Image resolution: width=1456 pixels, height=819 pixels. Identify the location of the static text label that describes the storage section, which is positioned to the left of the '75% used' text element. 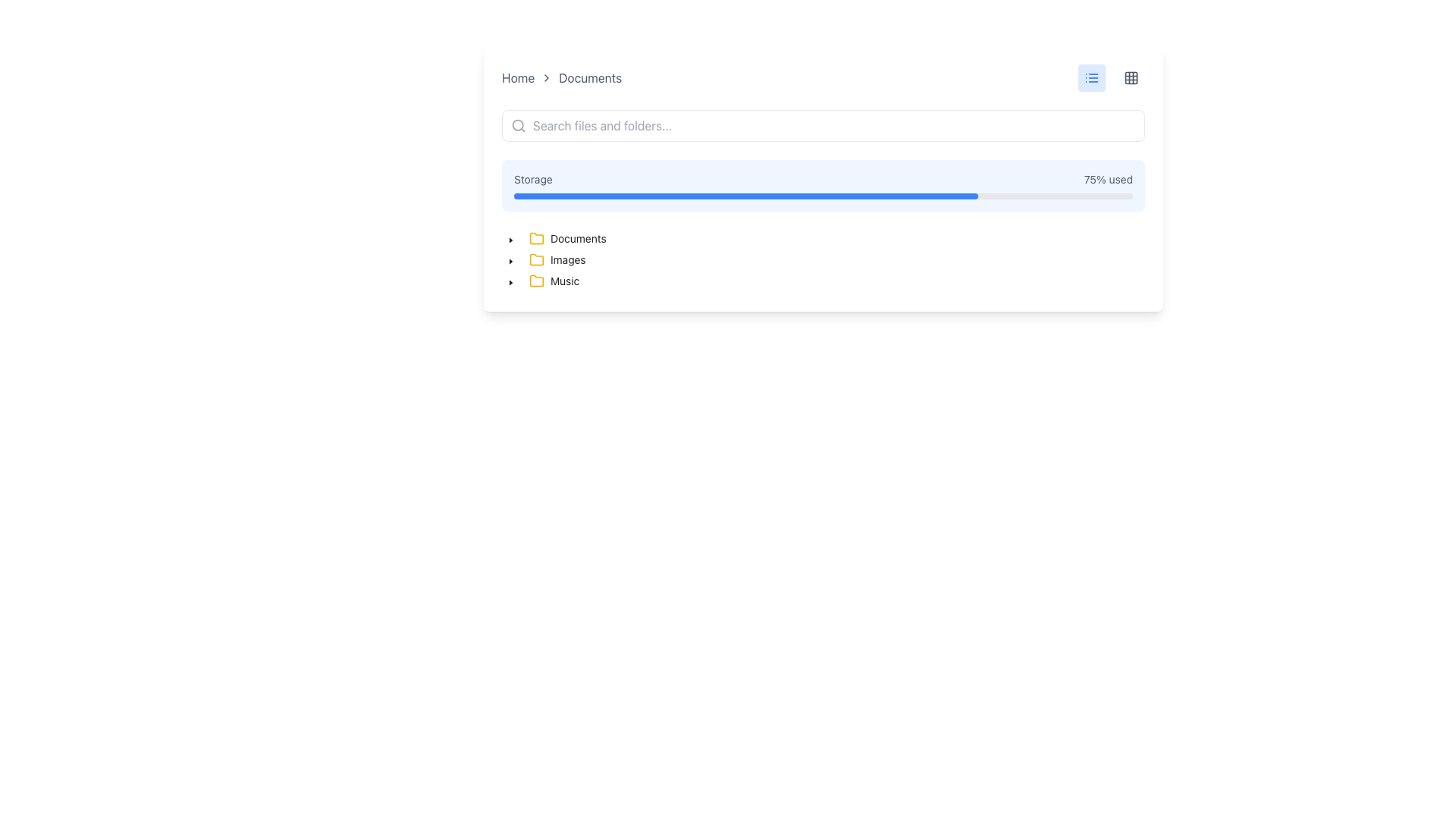
(533, 178).